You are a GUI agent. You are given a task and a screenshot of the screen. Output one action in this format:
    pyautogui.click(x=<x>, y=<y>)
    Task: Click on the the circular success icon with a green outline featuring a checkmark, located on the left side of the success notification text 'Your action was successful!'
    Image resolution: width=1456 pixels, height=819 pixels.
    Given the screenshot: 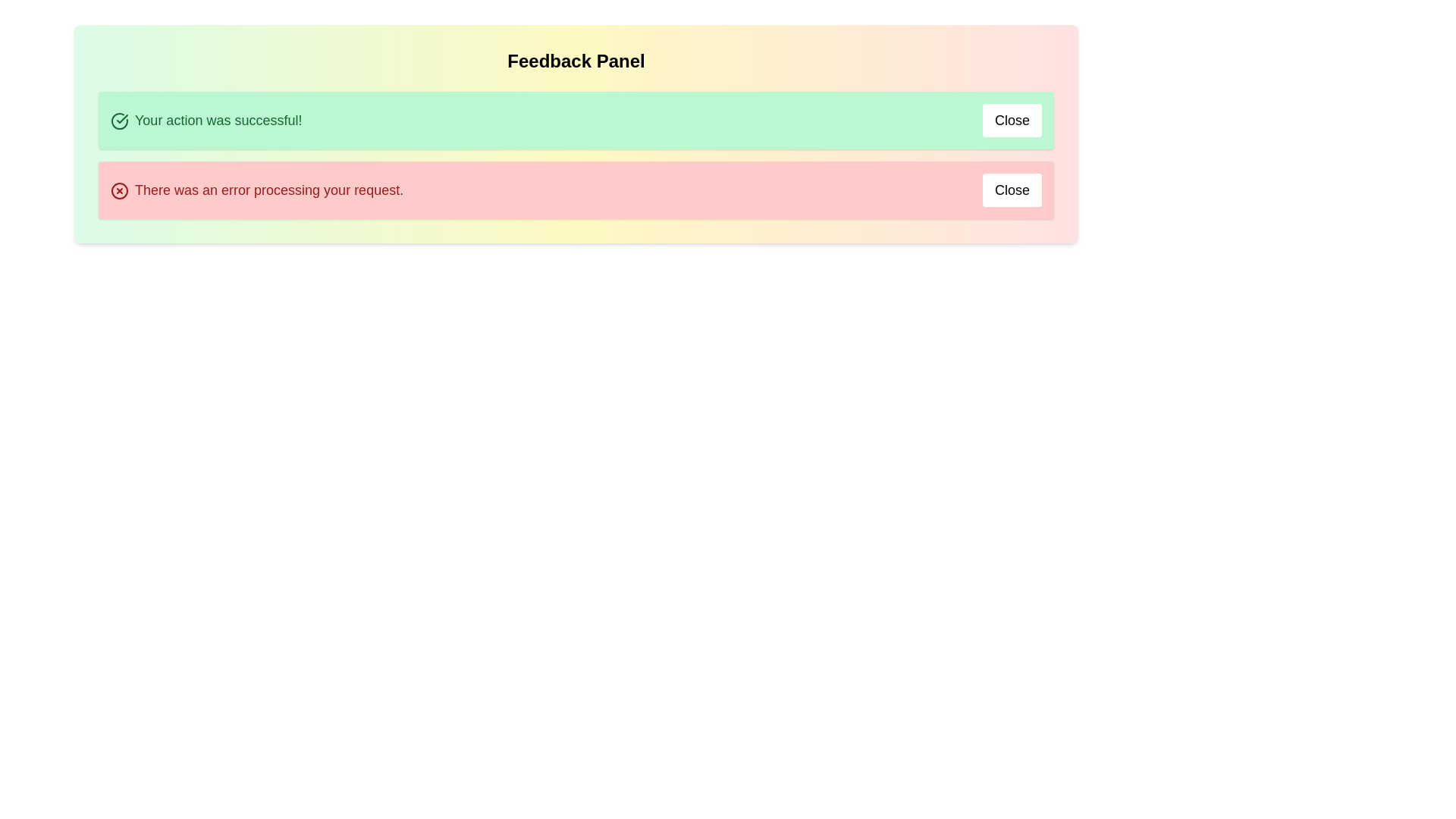 What is the action you would take?
    pyautogui.click(x=119, y=120)
    